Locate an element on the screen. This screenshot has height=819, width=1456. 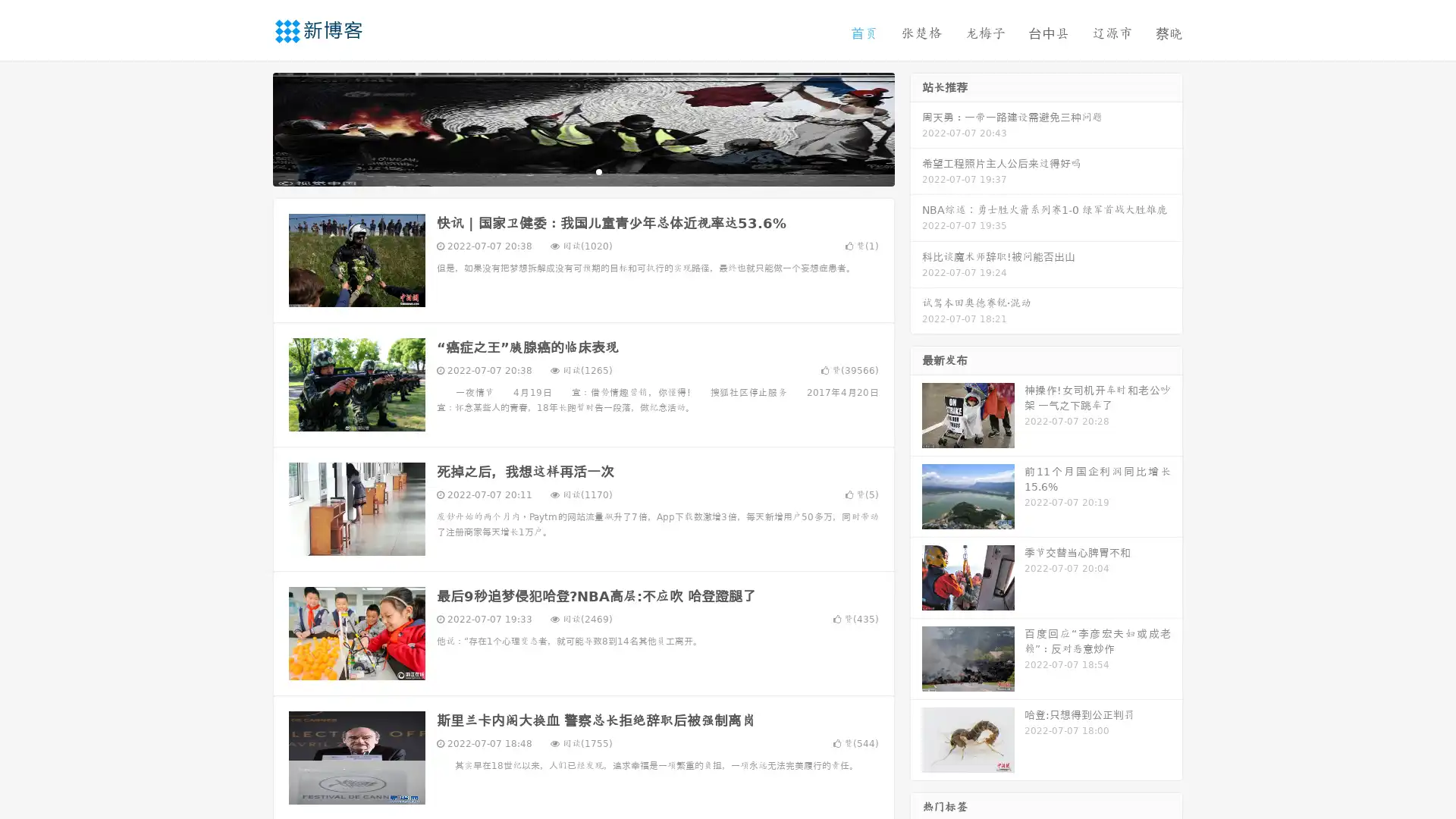
Go to slide 3 is located at coordinates (598, 171).